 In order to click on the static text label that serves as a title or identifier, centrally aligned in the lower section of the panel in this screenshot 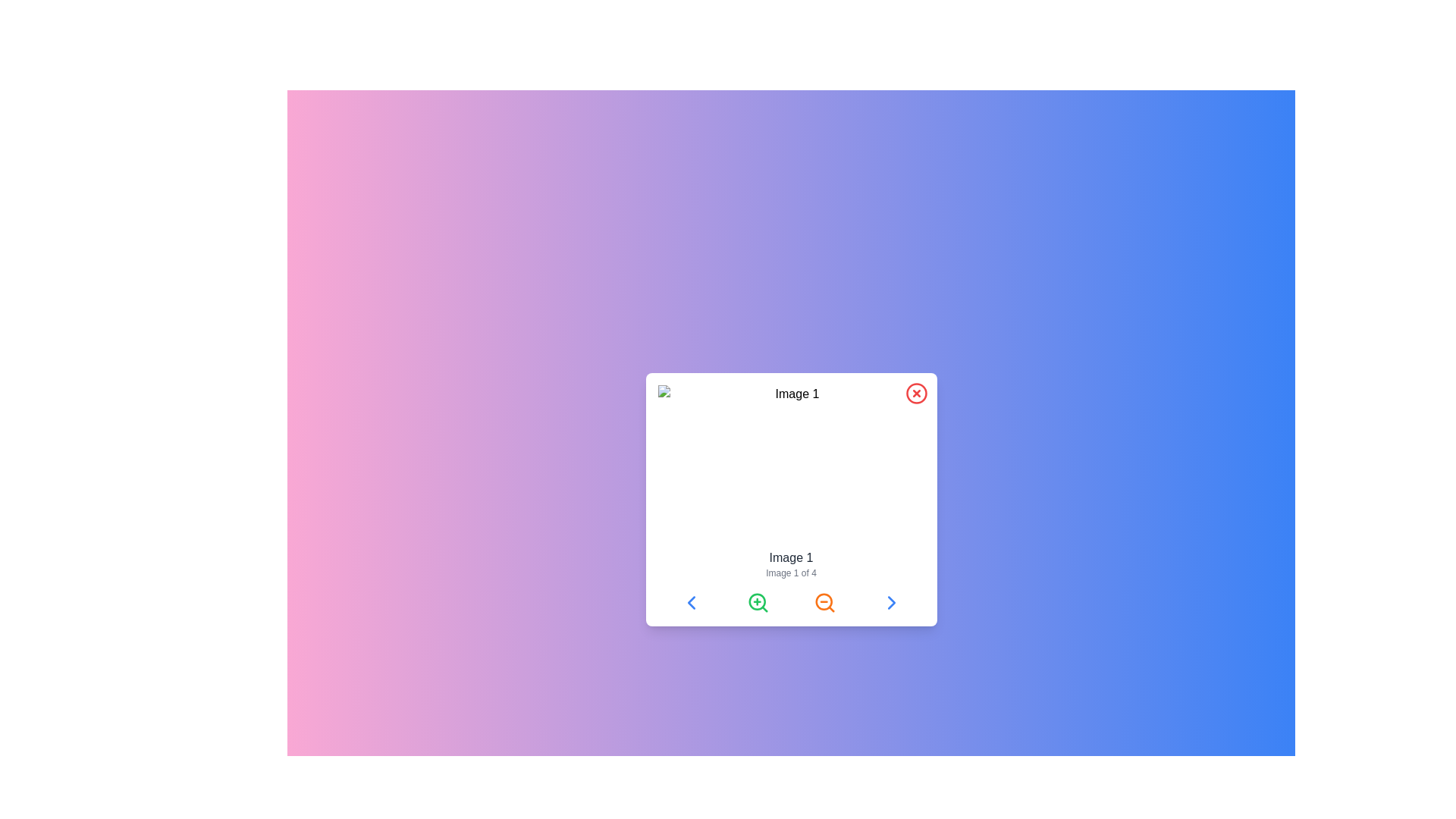, I will do `click(790, 558)`.